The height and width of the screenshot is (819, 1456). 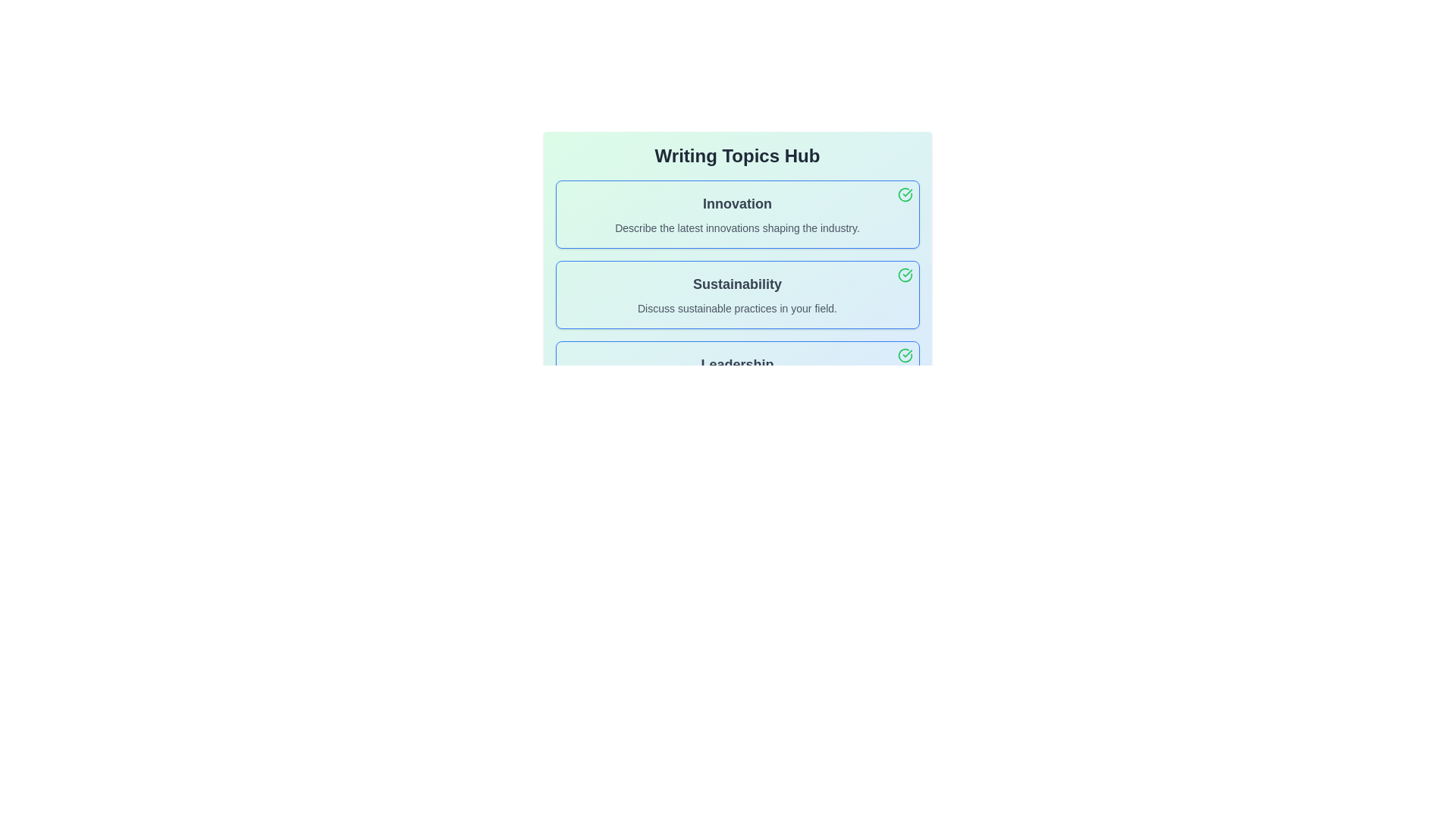 What do you see at coordinates (905, 275) in the screenshot?
I see `the deactivation button for the topic 'Sustainability'` at bounding box center [905, 275].